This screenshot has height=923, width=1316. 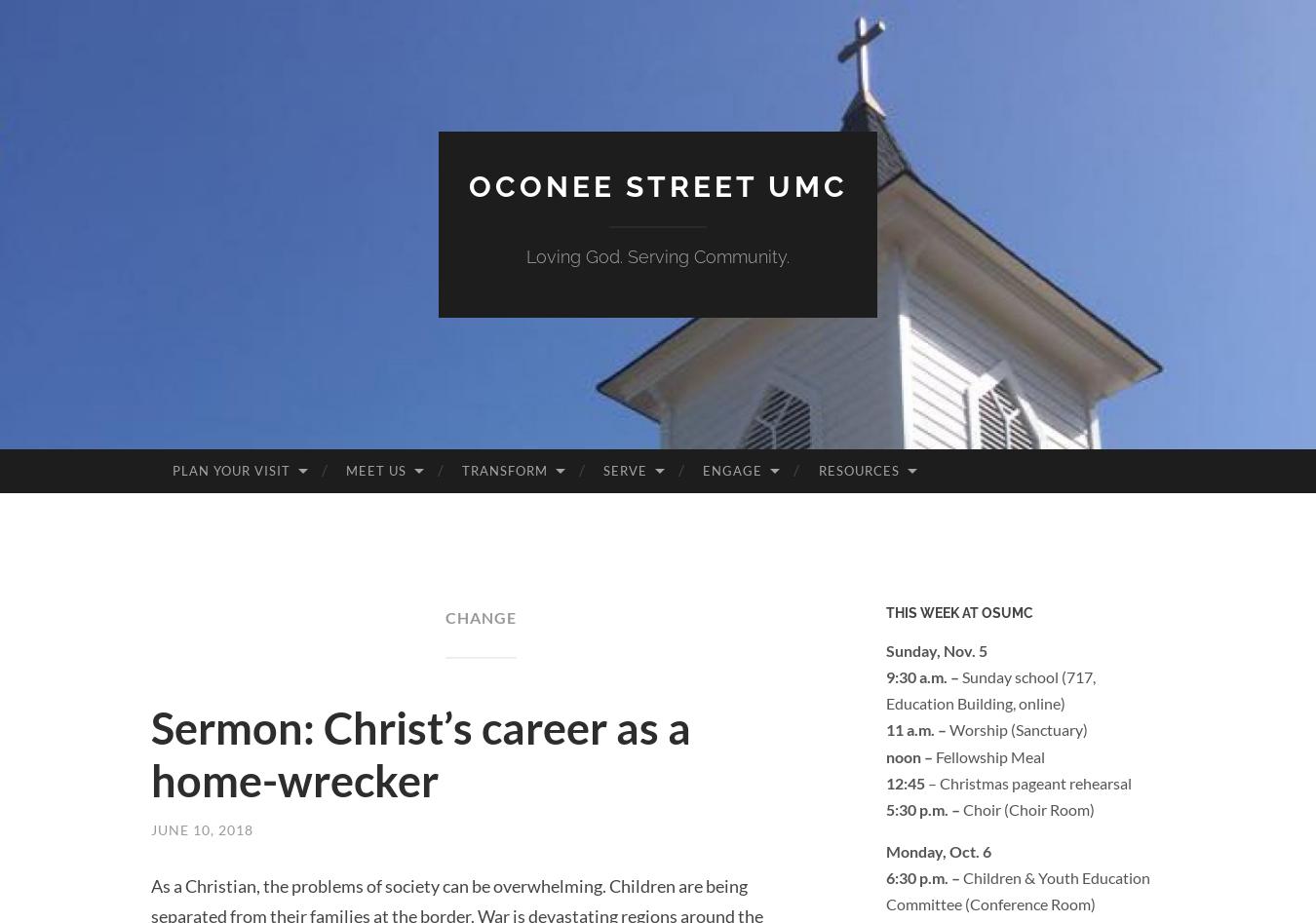 What do you see at coordinates (922, 674) in the screenshot?
I see `'9:30 a.m. –'` at bounding box center [922, 674].